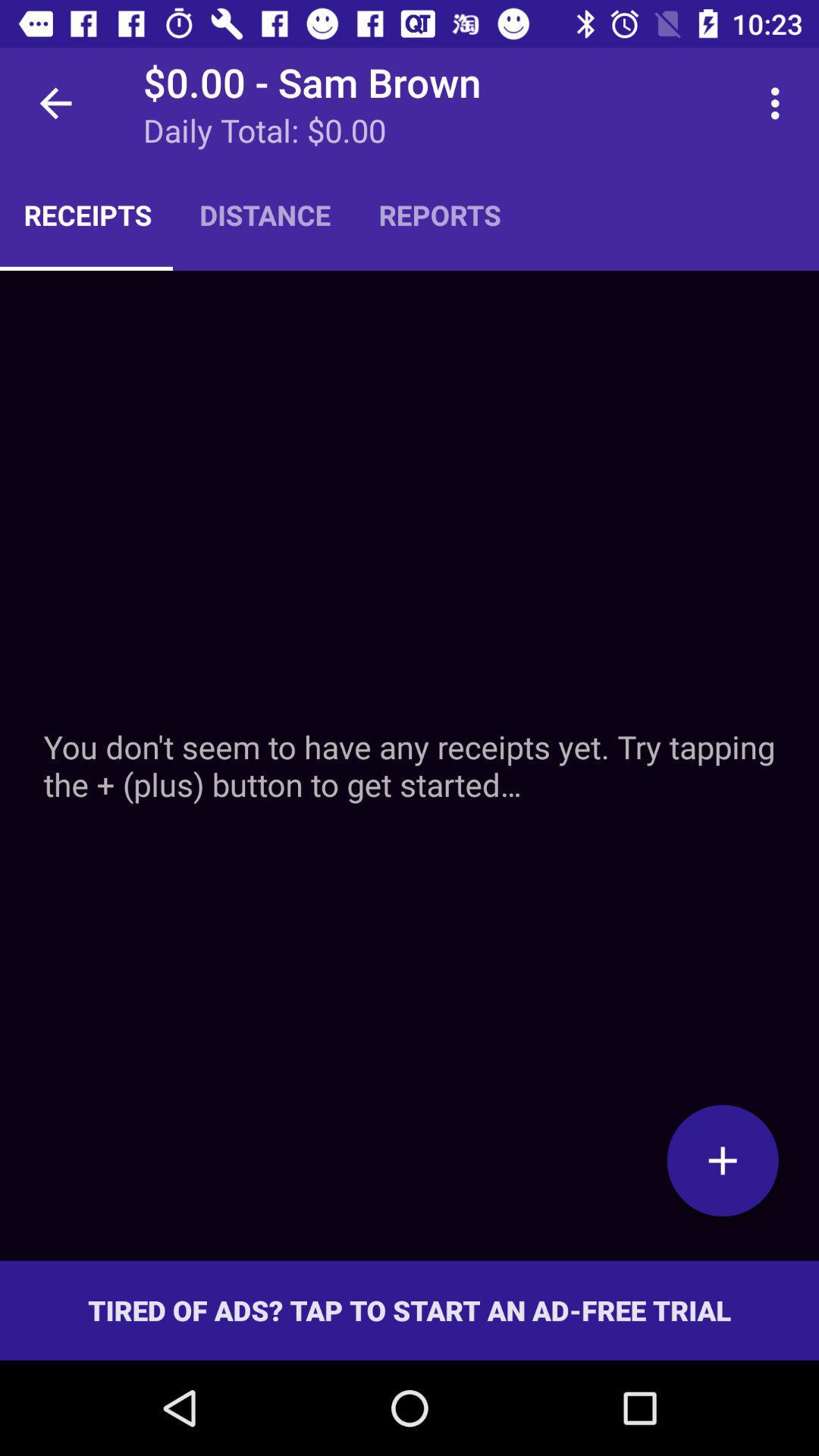 The width and height of the screenshot is (819, 1456). What do you see at coordinates (409, 765) in the screenshot?
I see `receipts` at bounding box center [409, 765].